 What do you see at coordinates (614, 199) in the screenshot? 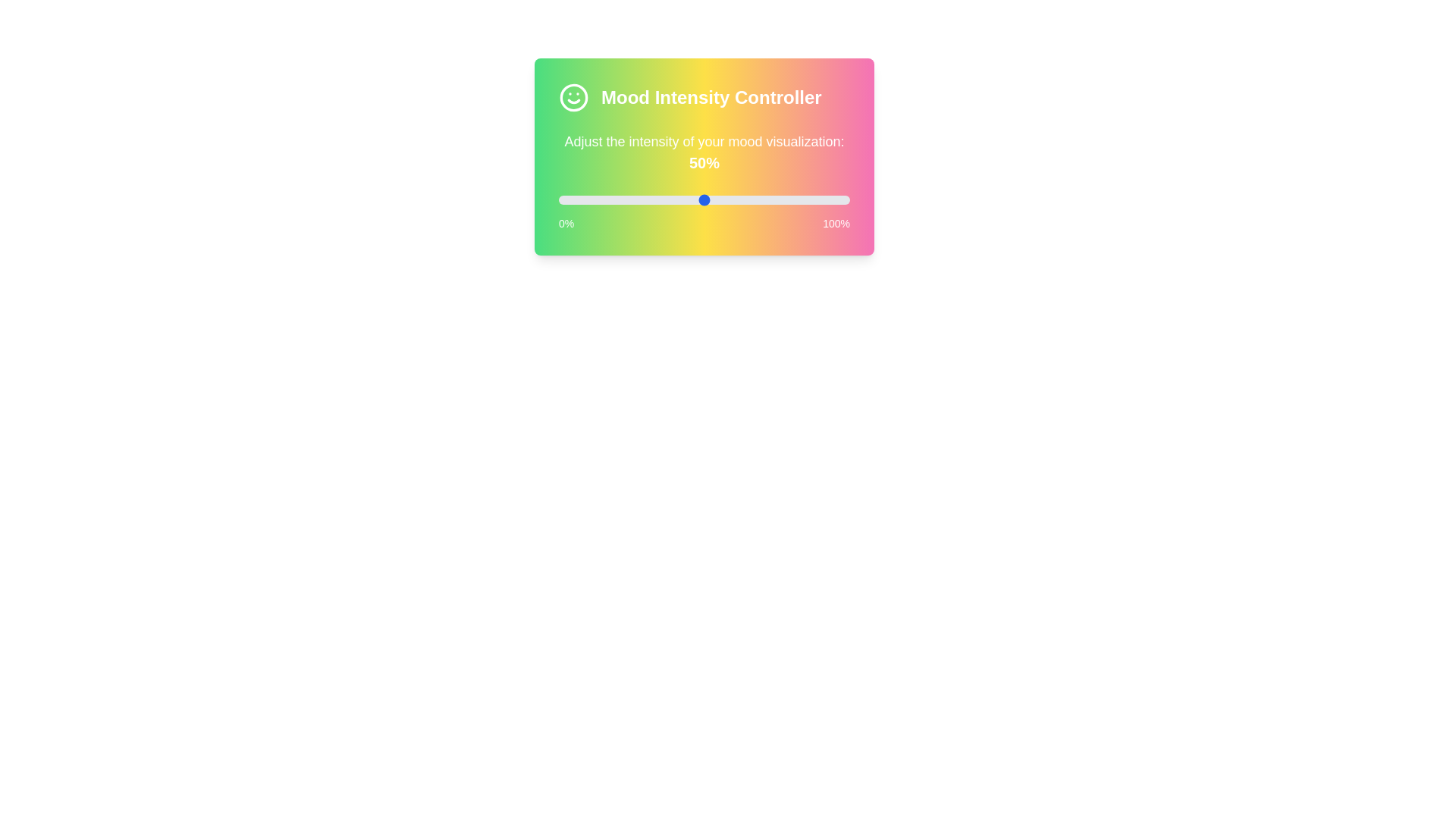
I see `the slider to set mood intensity to 19%` at bounding box center [614, 199].